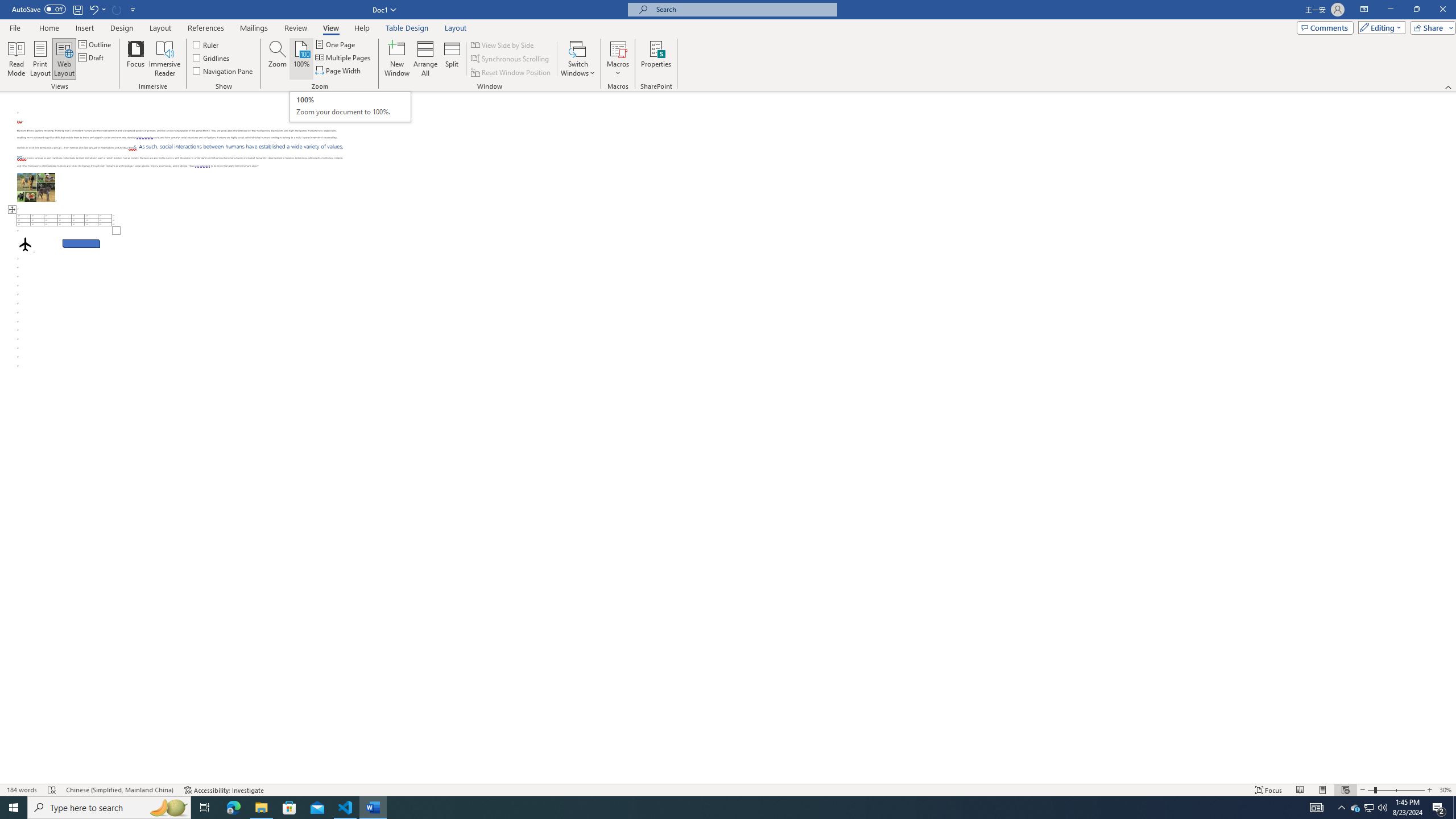 Image resolution: width=1456 pixels, height=819 pixels. Describe the element at coordinates (95, 44) in the screenshot. I see `'Outline'` at that location.